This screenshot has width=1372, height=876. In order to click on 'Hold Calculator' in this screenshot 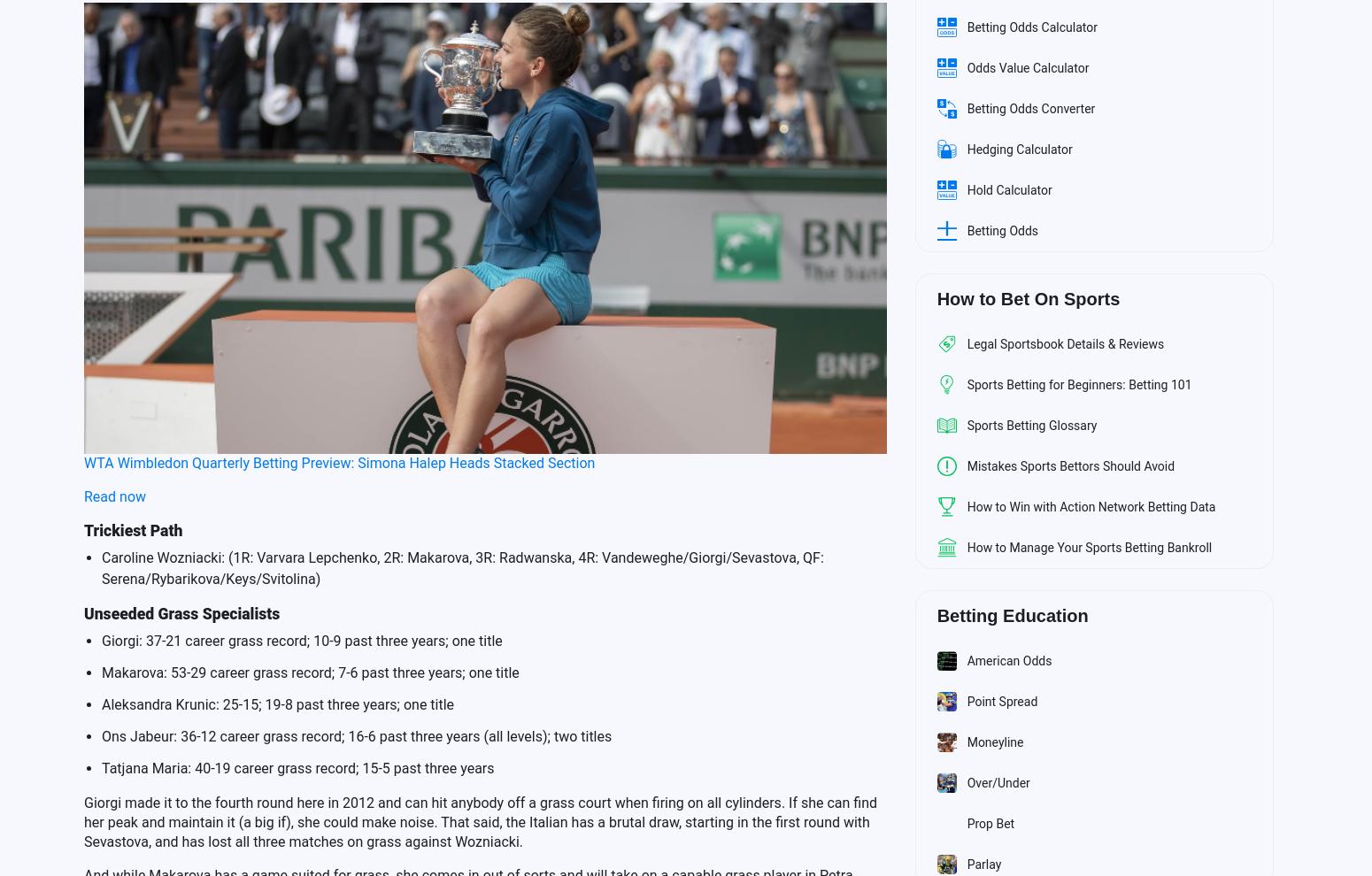, I will do `click(1008, 188)`.